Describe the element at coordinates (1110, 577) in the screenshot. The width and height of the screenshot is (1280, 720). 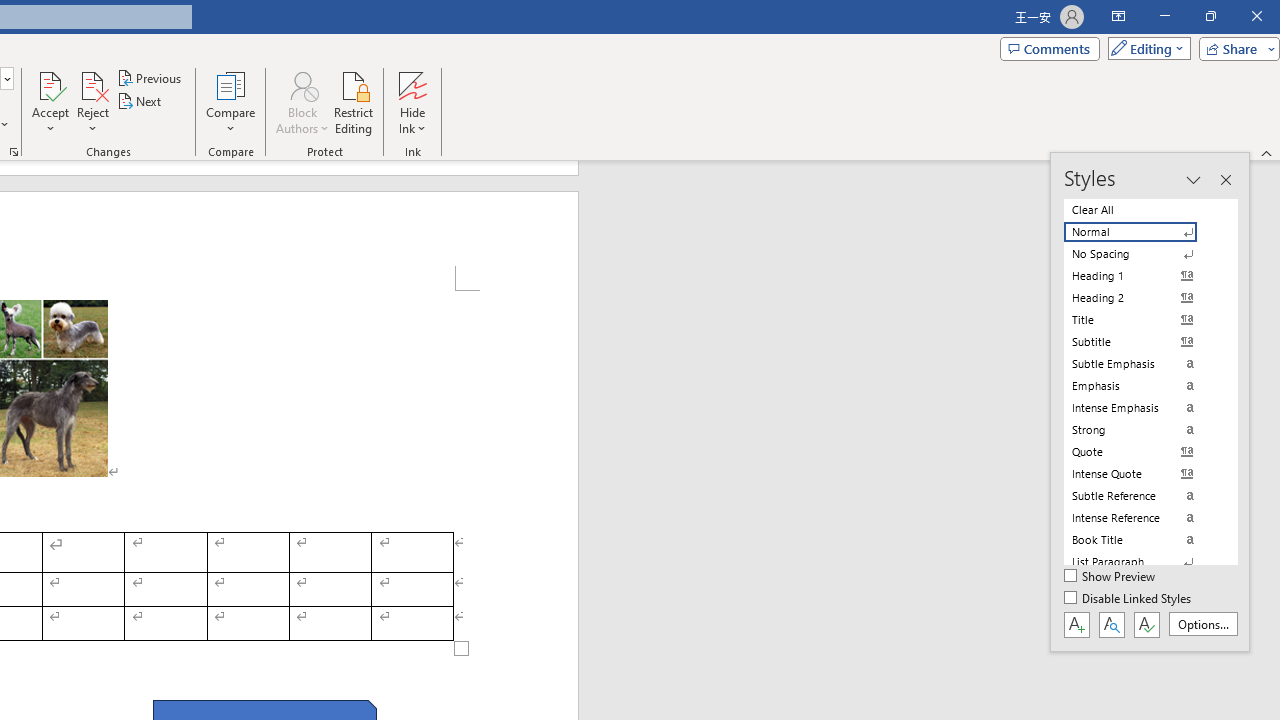
I see `'Show Preview'` at that location.